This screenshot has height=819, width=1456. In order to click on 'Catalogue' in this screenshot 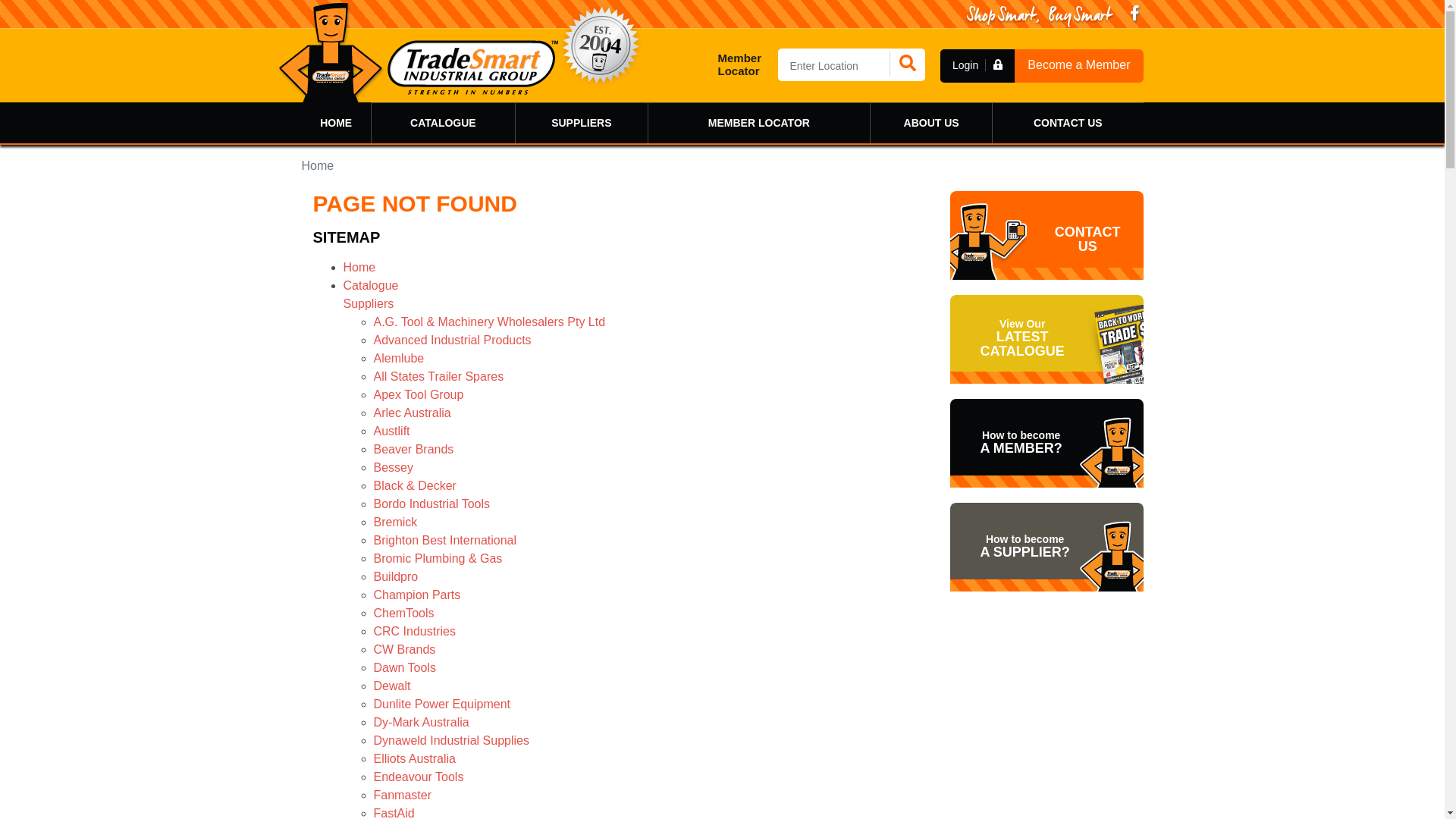, I will do `click(341, 285)`.